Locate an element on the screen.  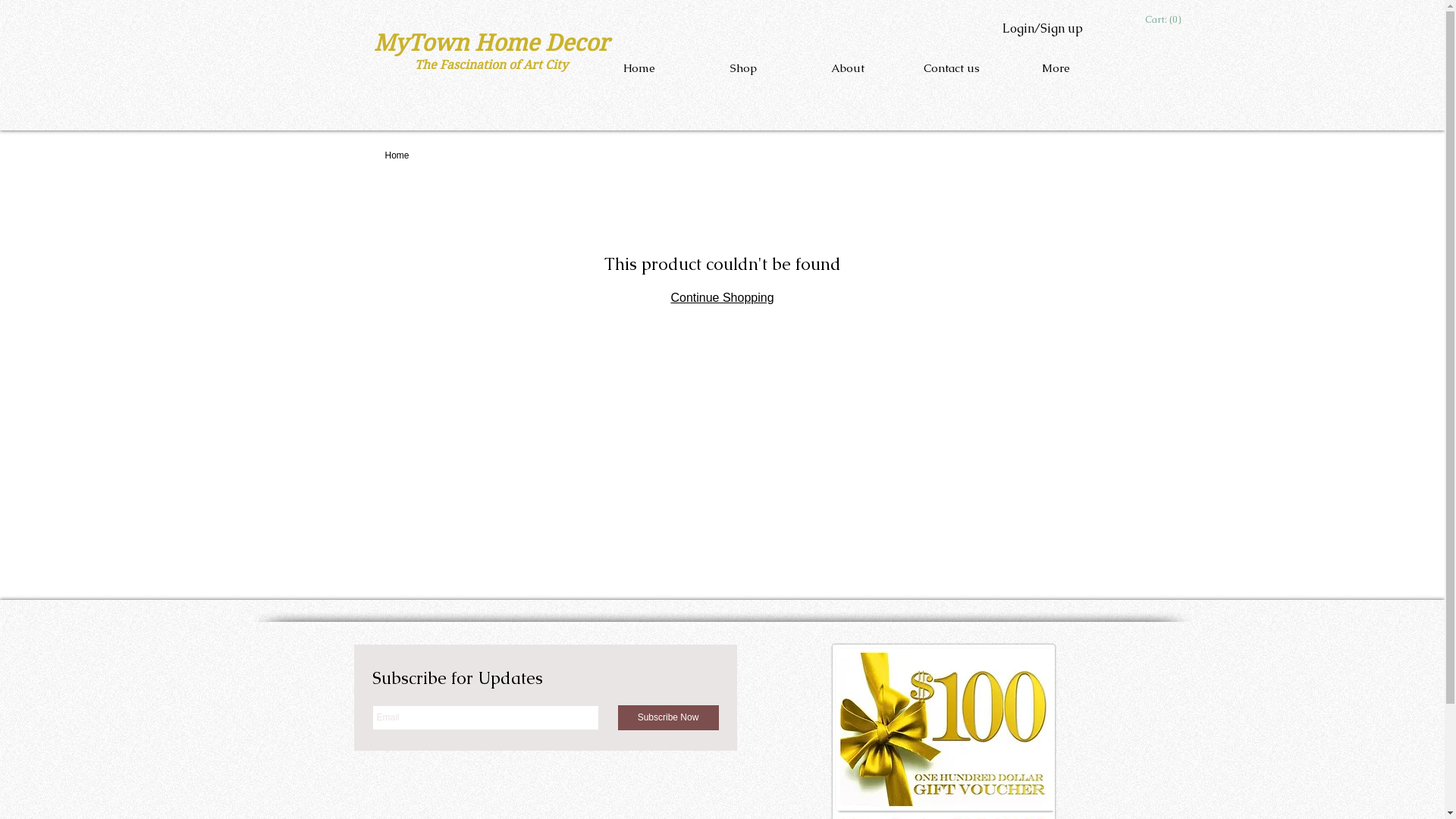
'Shop' is located at coordinates (743, 67).